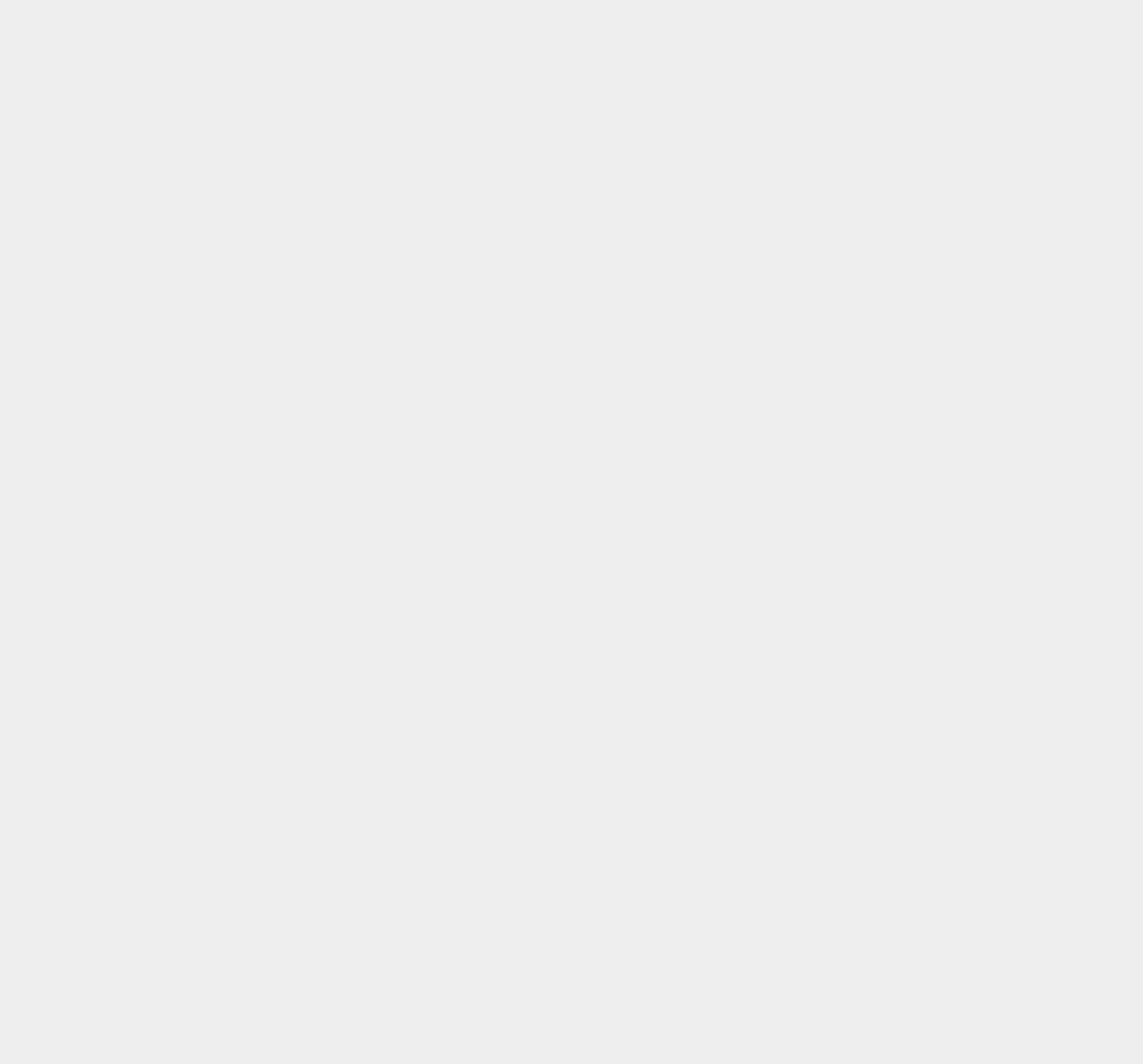 This screenshot has height=1064, width=1143. I want to click on 'Root Android', so click(847, 388).